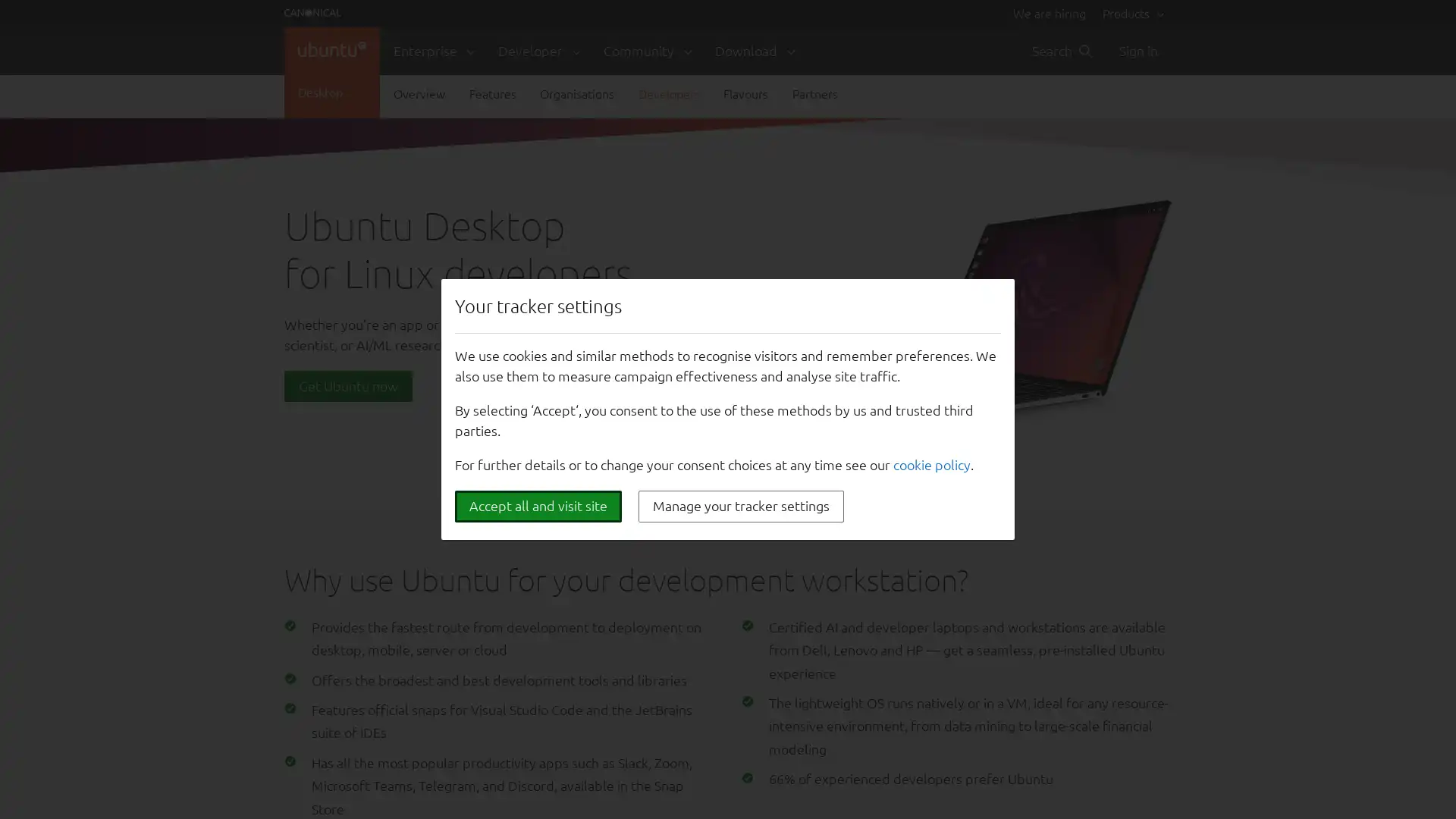  Describe the element at coordinates (741, 506) in the screenshot. I see `Manage your tracker settings` at that location.